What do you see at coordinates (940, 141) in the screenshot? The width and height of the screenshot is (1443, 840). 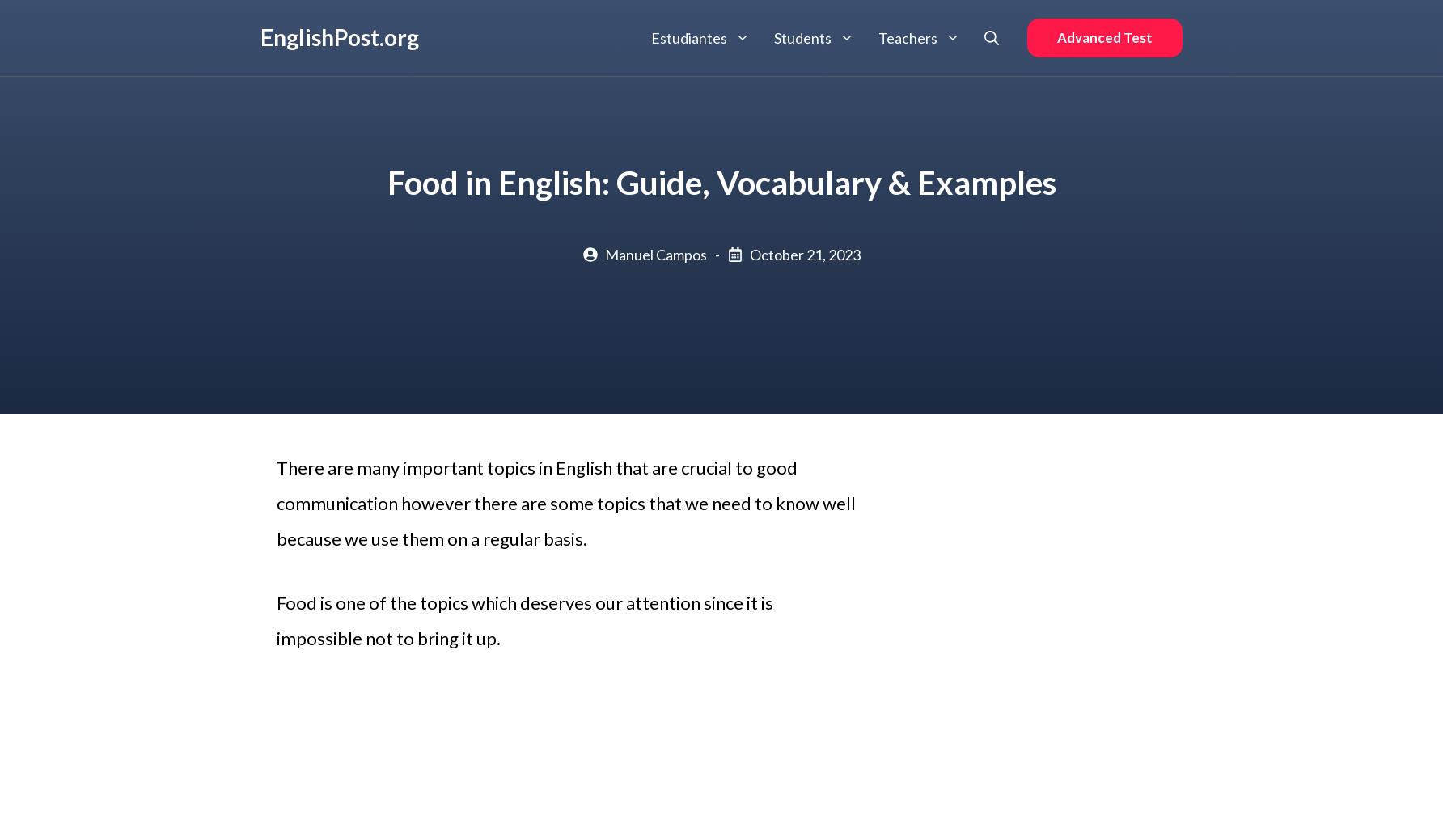 I see `'Conjunciones'` at bounding box center [940, 141].